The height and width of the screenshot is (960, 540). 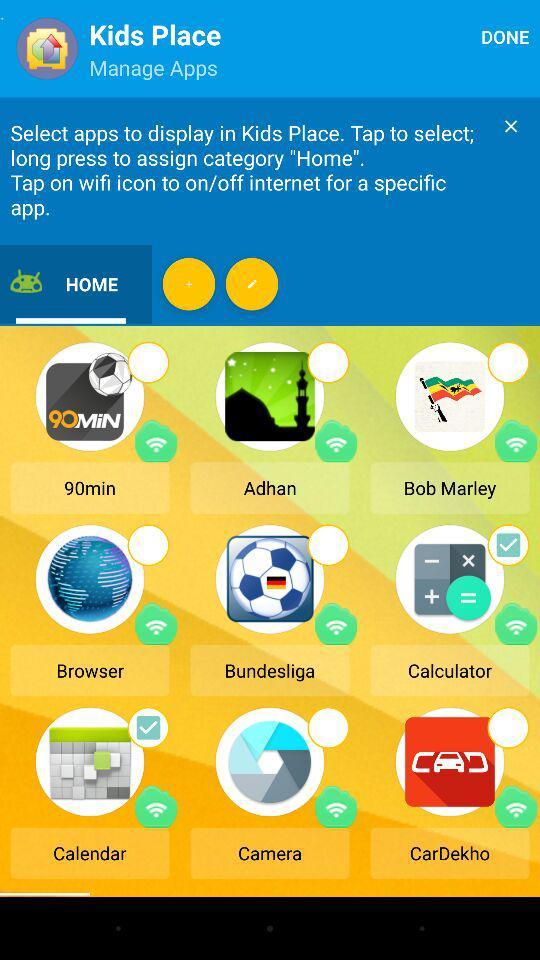 What do you see at coordinates (516, 806) in the screenshot?
I see `connect to wifi` at bounding box center [516, 806].